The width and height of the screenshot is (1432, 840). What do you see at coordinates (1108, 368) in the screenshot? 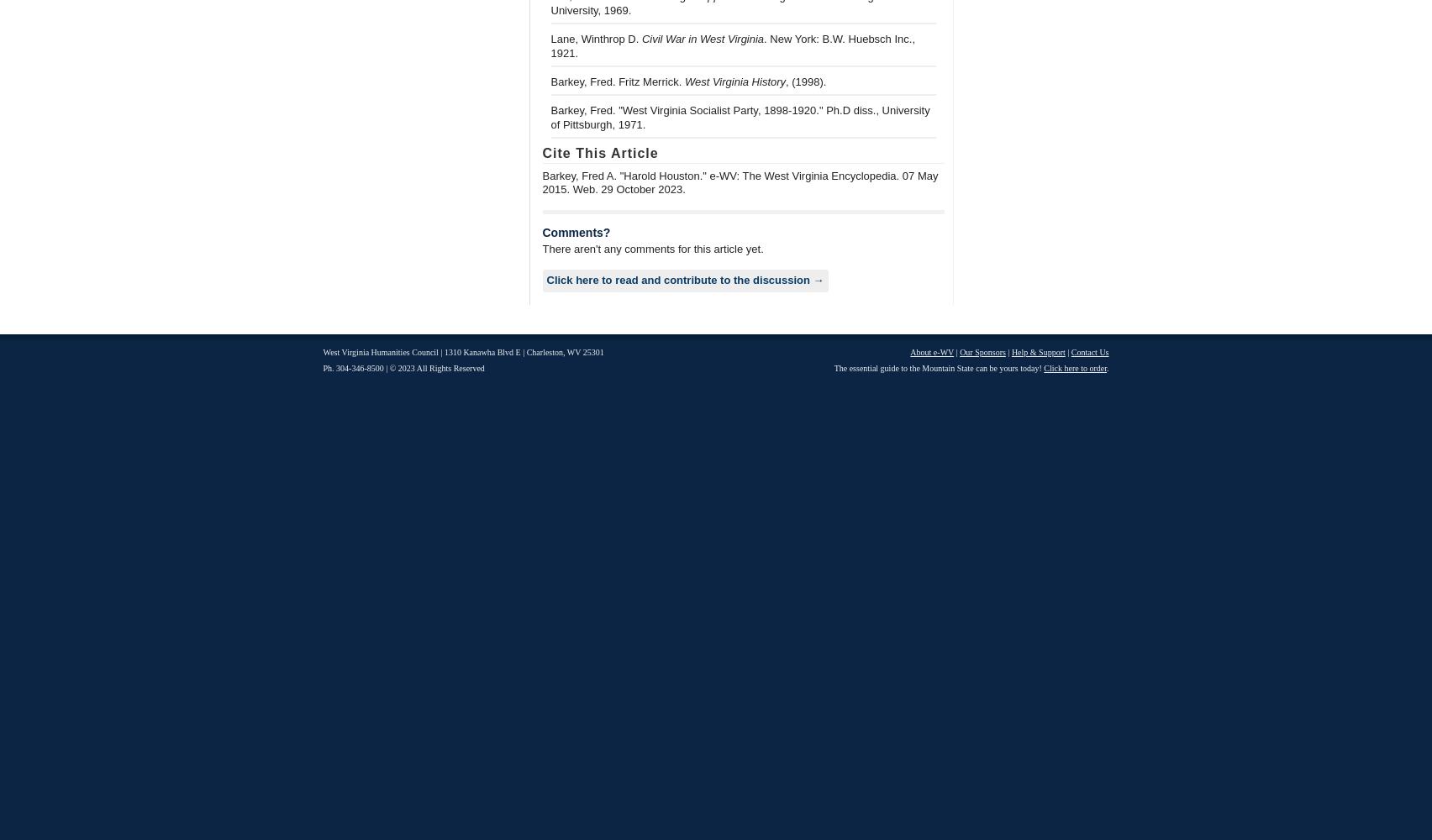
I see `'.'` at bounding box center [1108, 368].